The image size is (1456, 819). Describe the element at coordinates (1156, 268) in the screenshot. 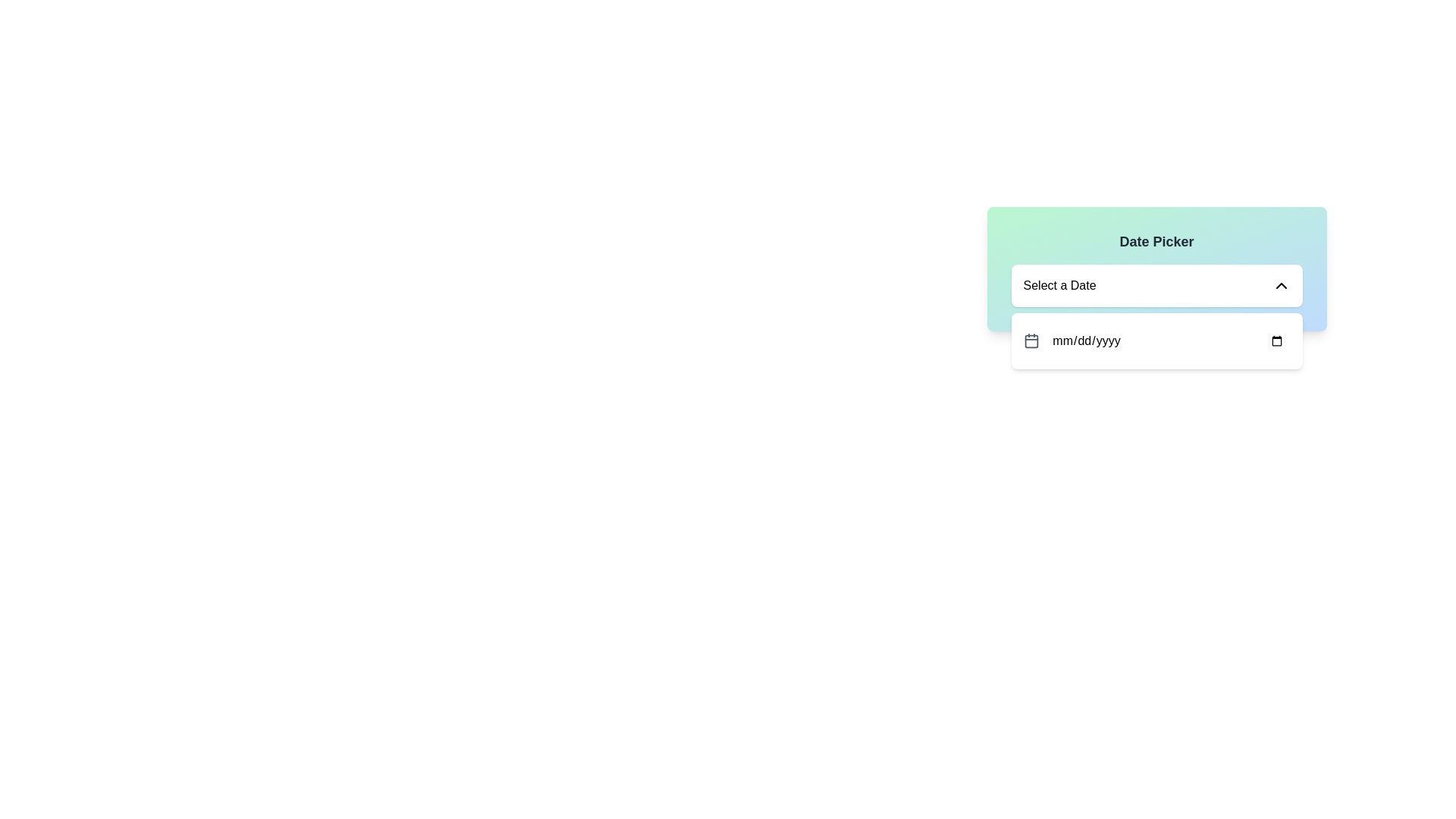

I see `the dropdown button of the date selection interface component located at the center of the bounding box, which combines a label, text input, and dropdown` at that location.